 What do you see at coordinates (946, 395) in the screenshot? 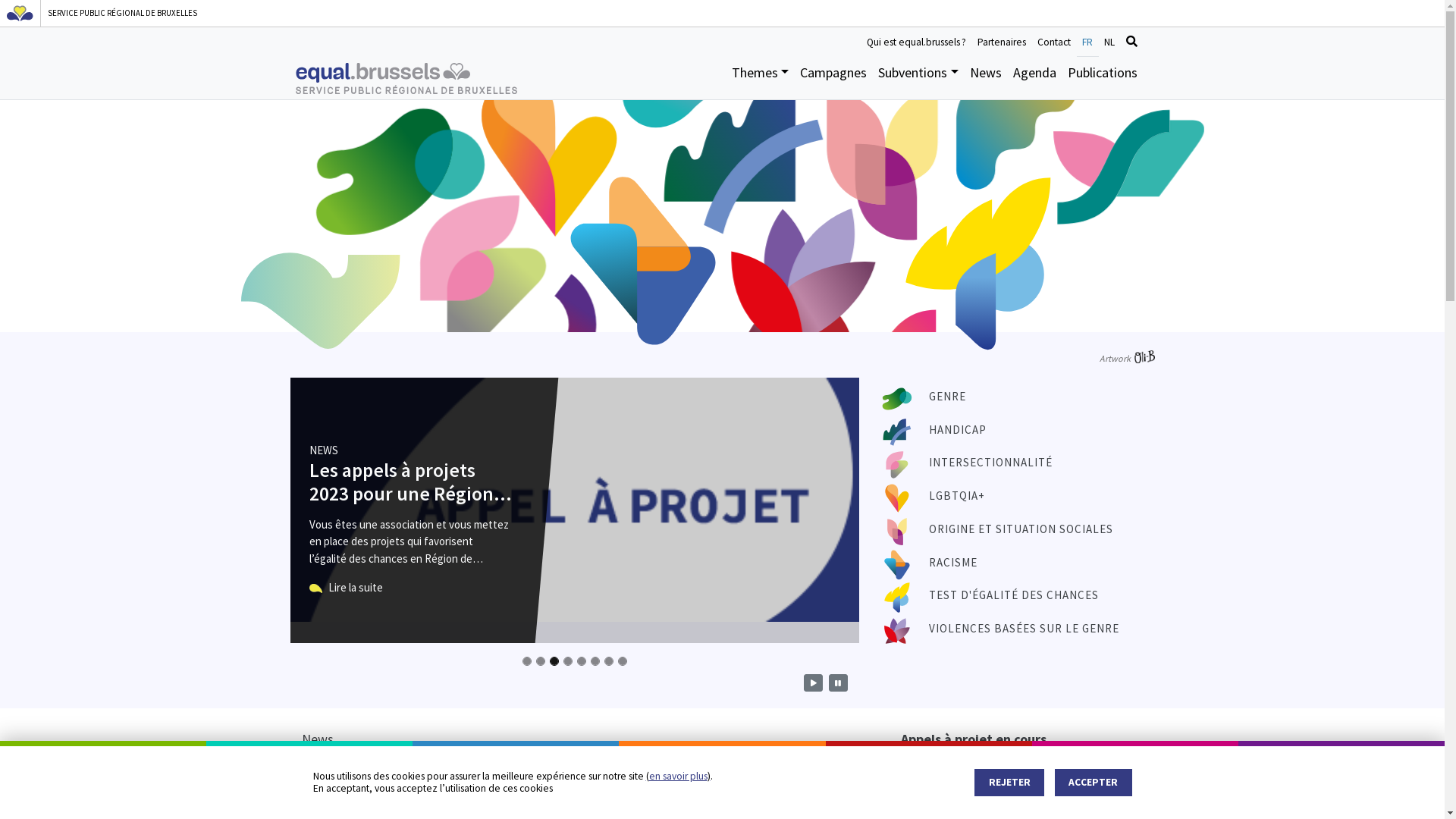
I see `'GENRE'` at bounding box center [946, 395].